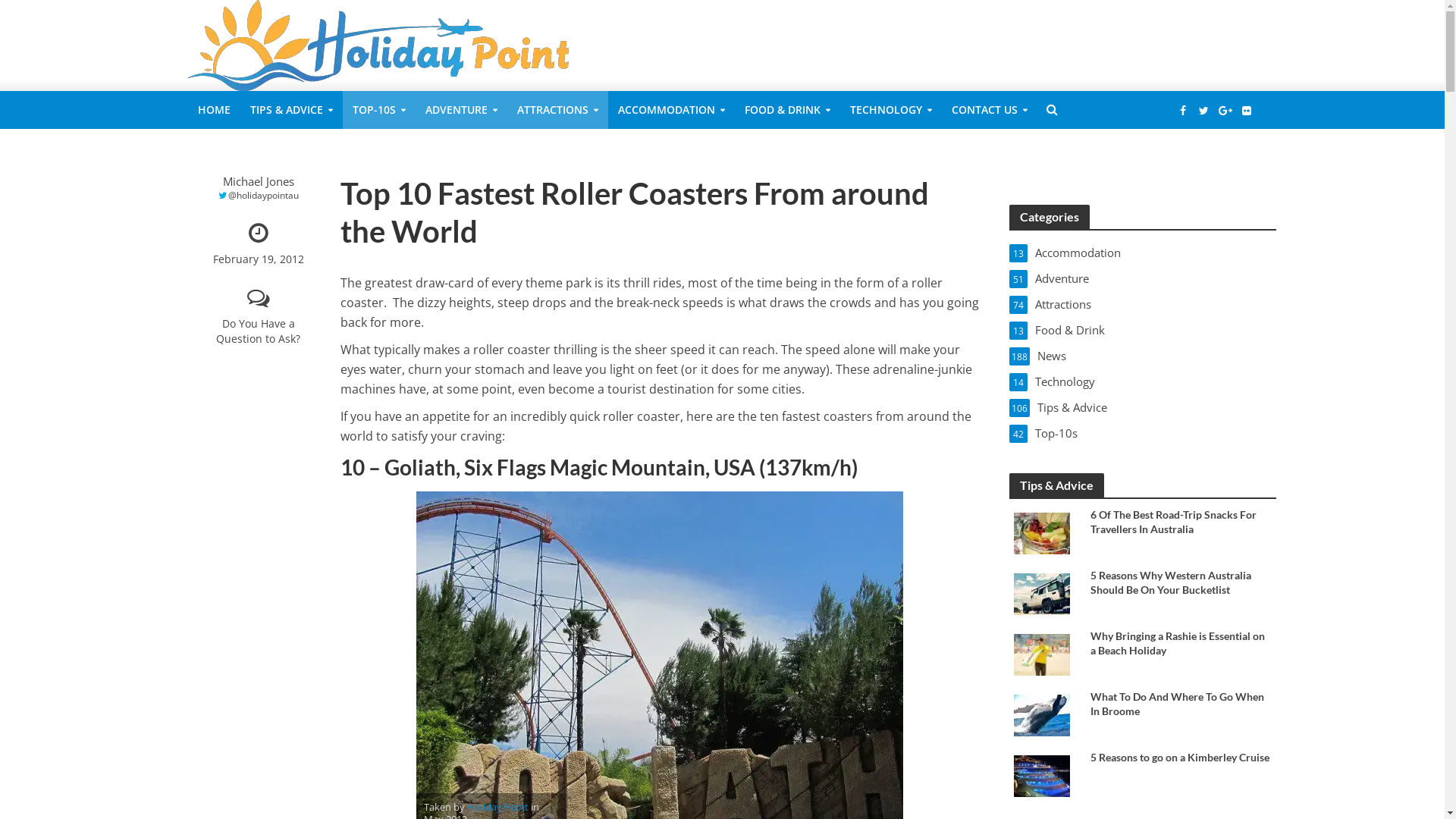  What do you see at coordinates (1143, 251) in the screenshot?
I see `'Accommodation` at bounding box center [1143, 251].